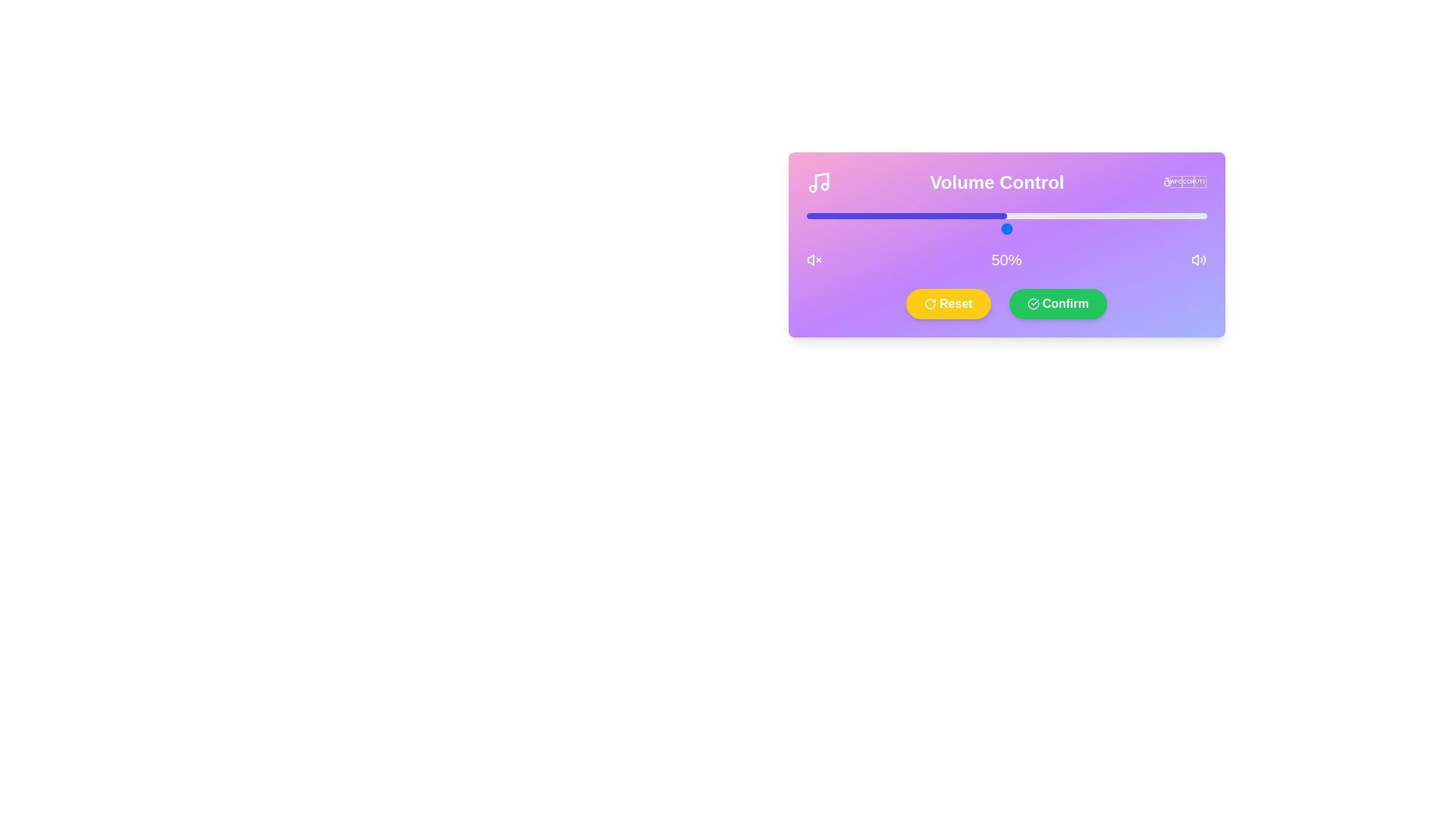  I want to click on the slider, so click(906, 228).